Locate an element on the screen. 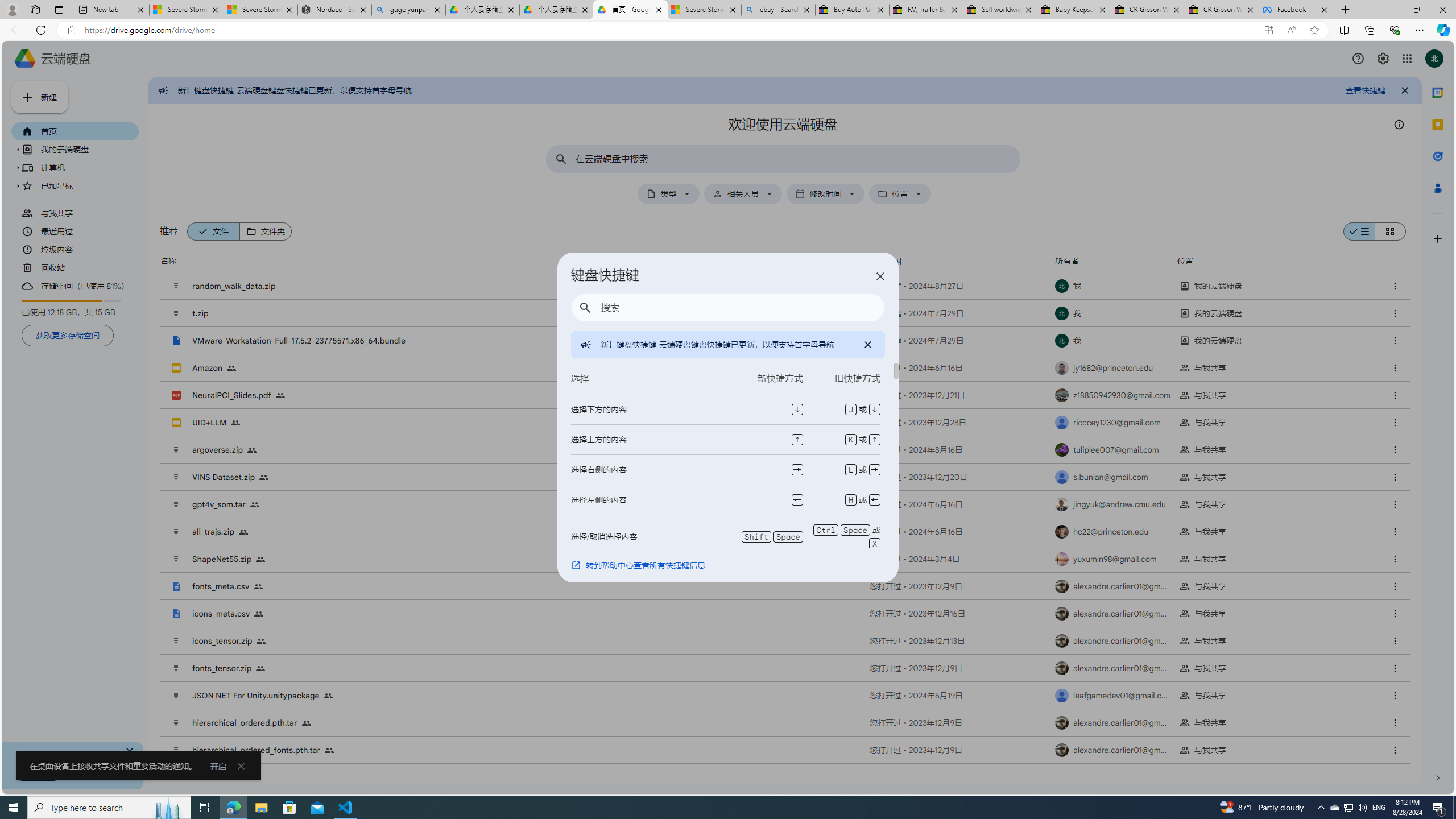 This screenshot has width=1456, height=819. 'Nordace - Summer Adventures 2024' is located at coordinates (334, 9).